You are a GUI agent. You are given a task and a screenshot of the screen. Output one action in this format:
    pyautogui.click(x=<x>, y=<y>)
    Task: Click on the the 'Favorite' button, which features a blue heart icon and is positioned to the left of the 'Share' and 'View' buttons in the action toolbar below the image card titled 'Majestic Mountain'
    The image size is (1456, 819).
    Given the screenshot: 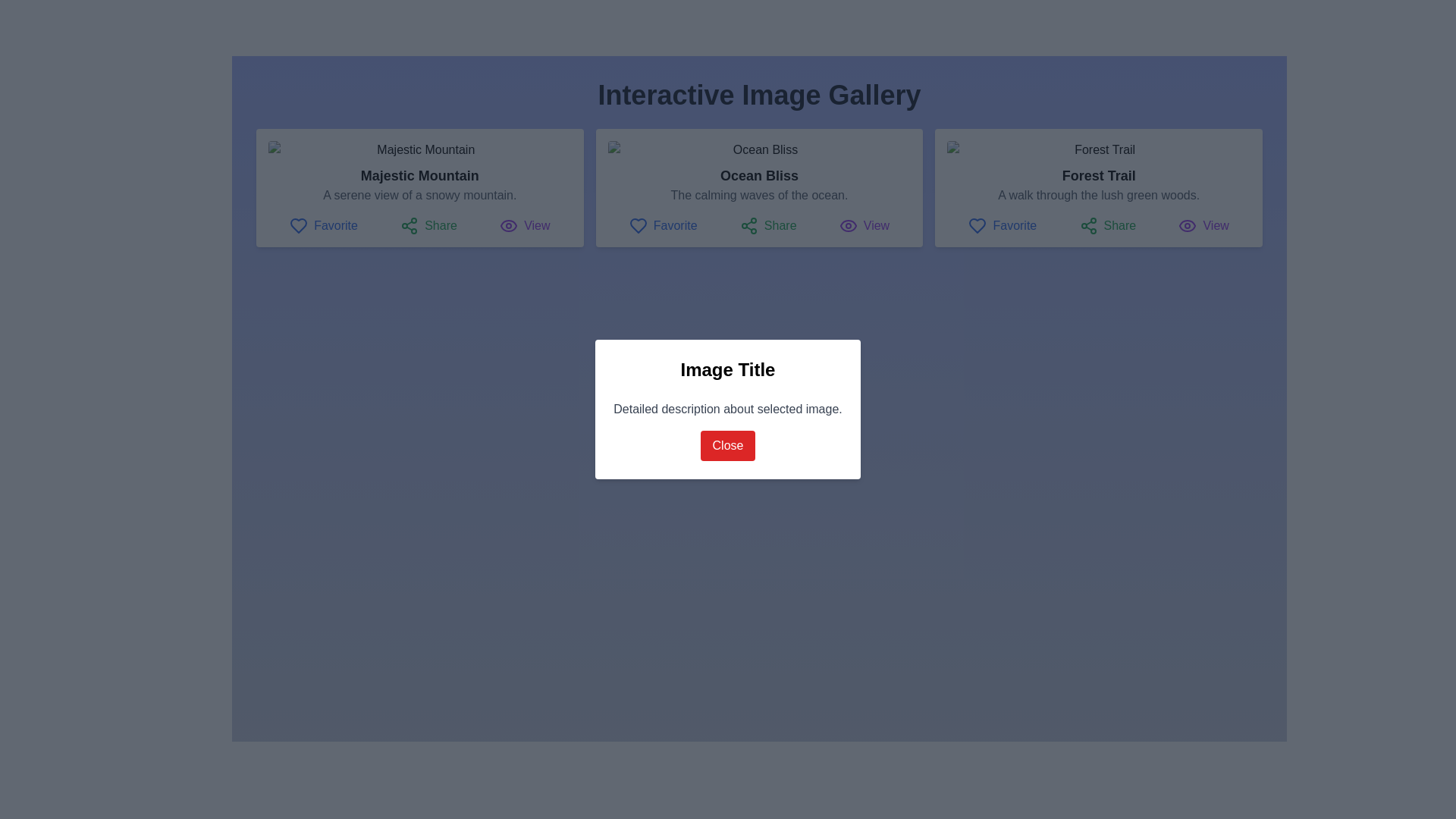 What is the action you would take?
    pyautogui.click(x=323, y=225)
    